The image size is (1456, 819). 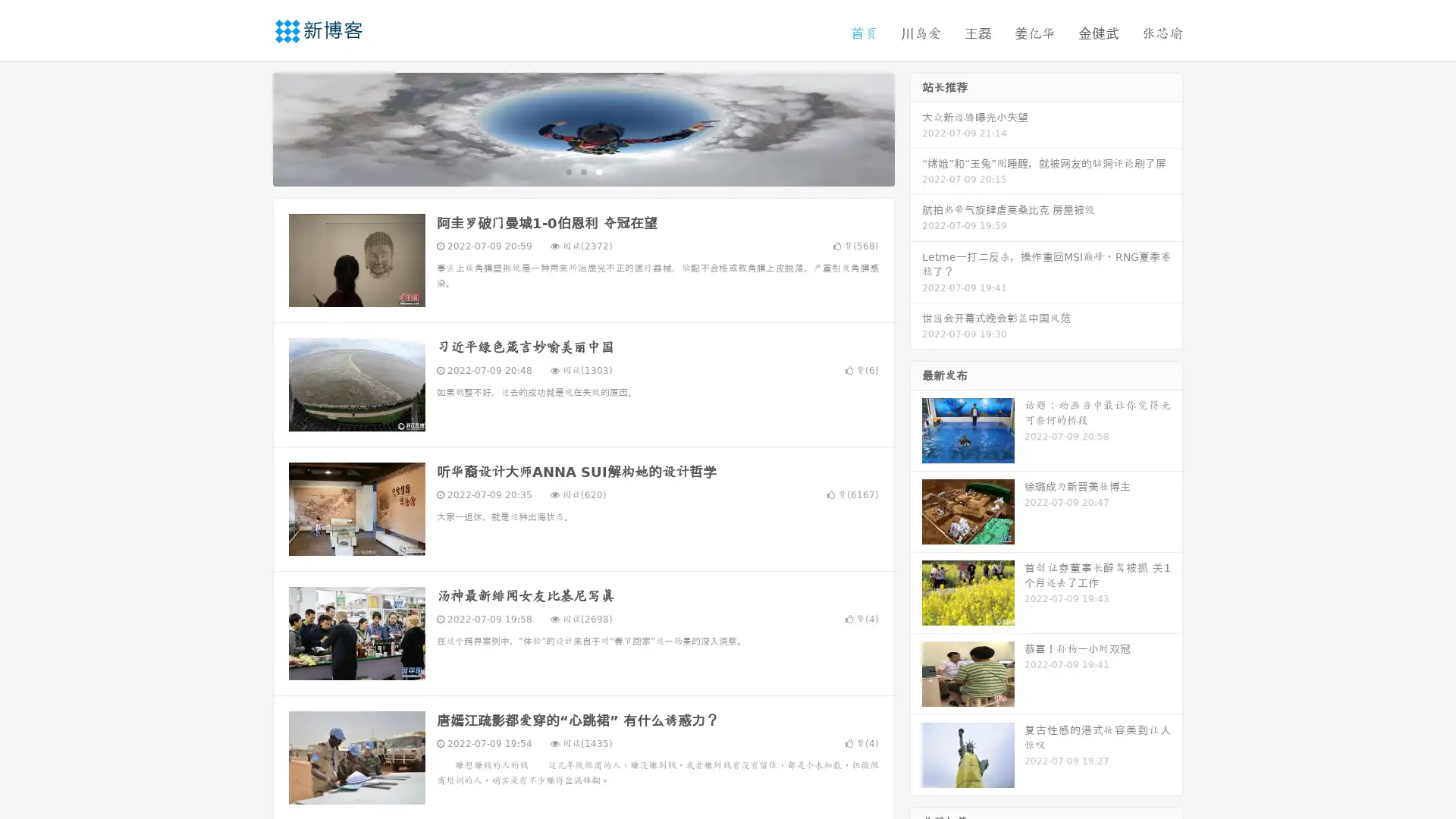 I want to click on Go to slide 3, so click(x=598, y=171).